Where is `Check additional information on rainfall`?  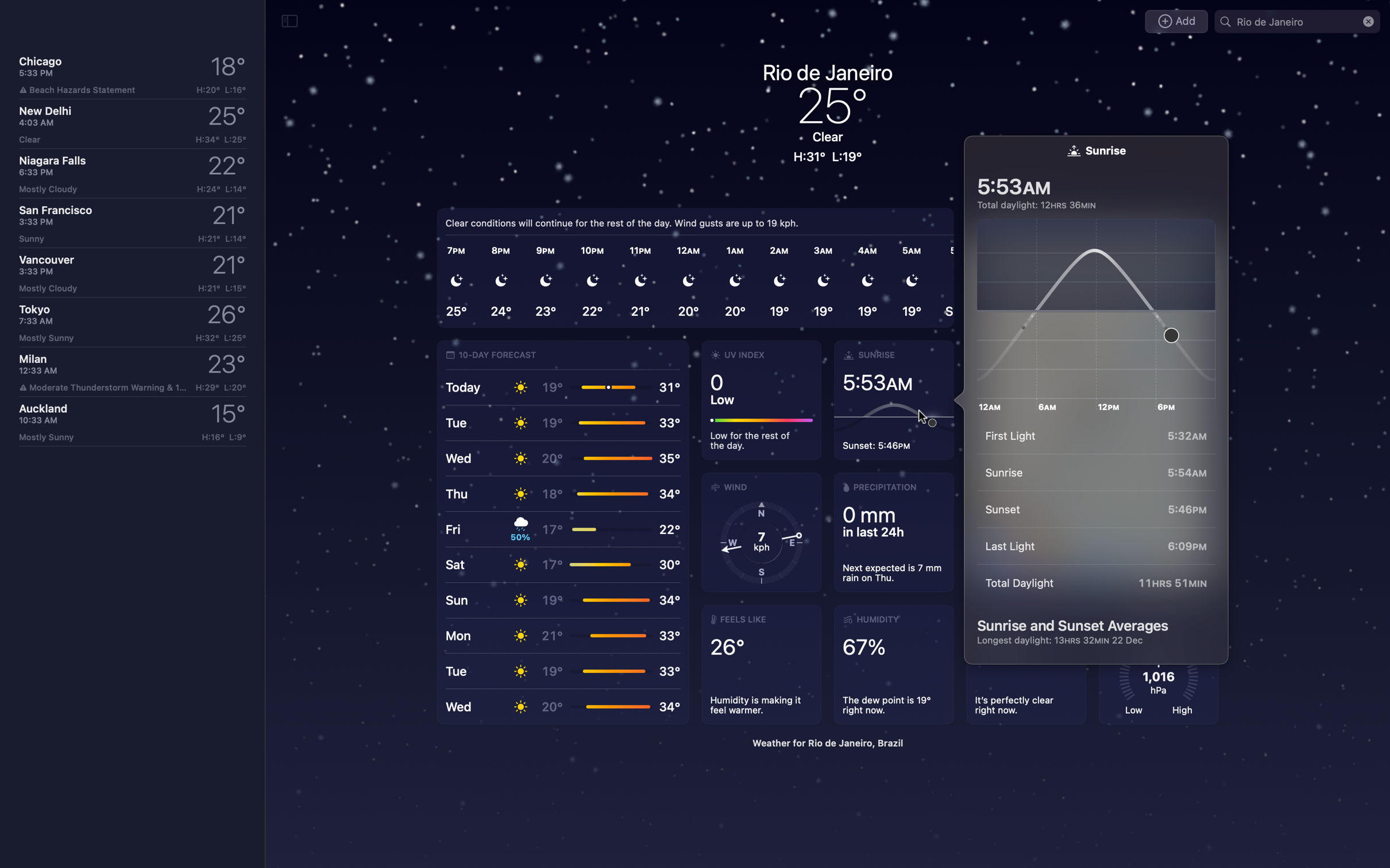
Check additional information on rainfall is located at coordinates (892, 532).